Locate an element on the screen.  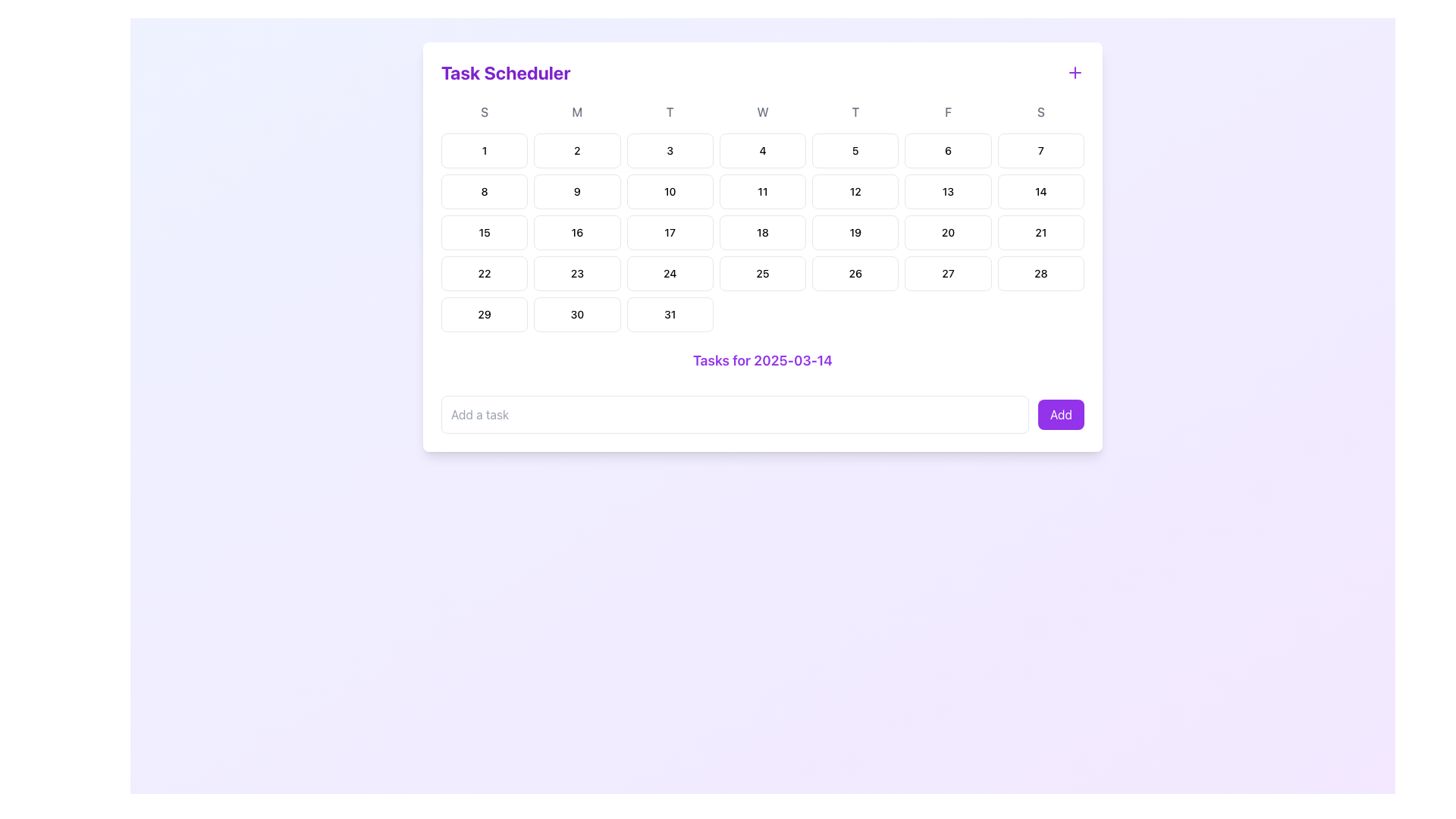
the rectangular button with rounded corners and the text '11' located in the second row, fourth column of the calendar grid is located at coordinates (763, 191).